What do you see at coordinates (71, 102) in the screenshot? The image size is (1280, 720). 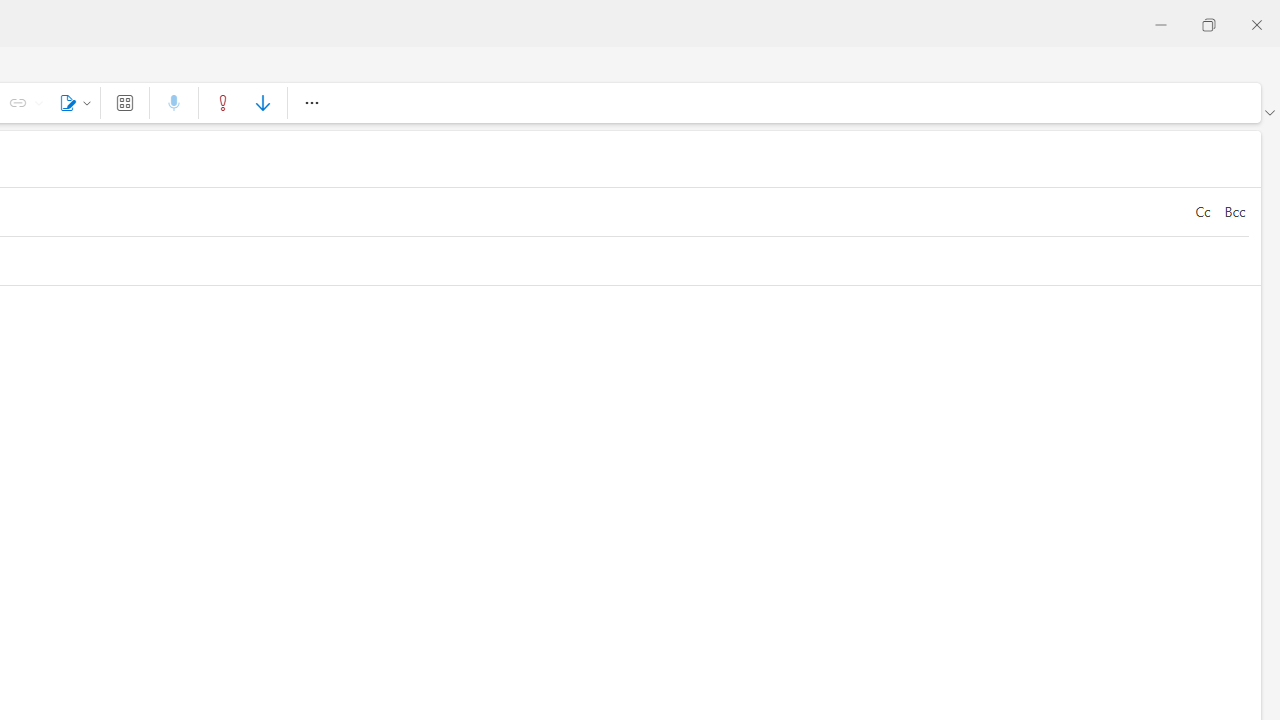 I see `'Signature'` at bounding box center [71, 102].